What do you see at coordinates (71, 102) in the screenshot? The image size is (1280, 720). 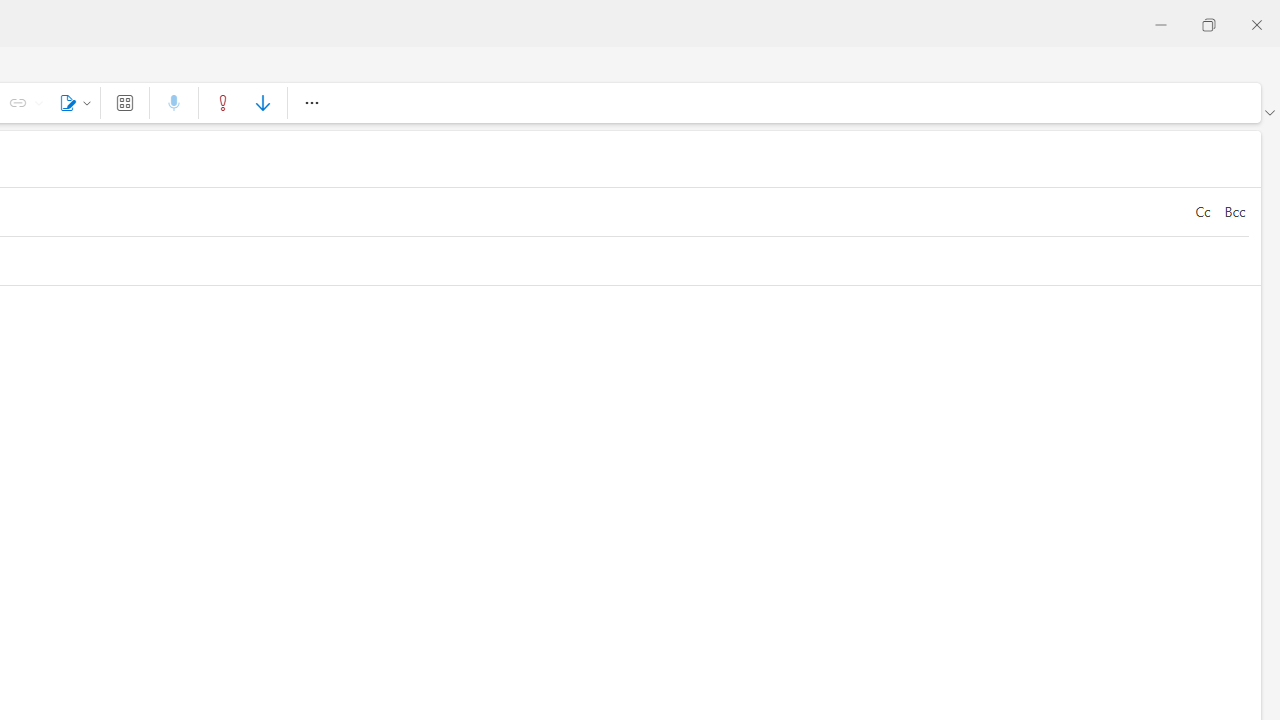 I see `'Signature'` at bounding box center [71, 102].